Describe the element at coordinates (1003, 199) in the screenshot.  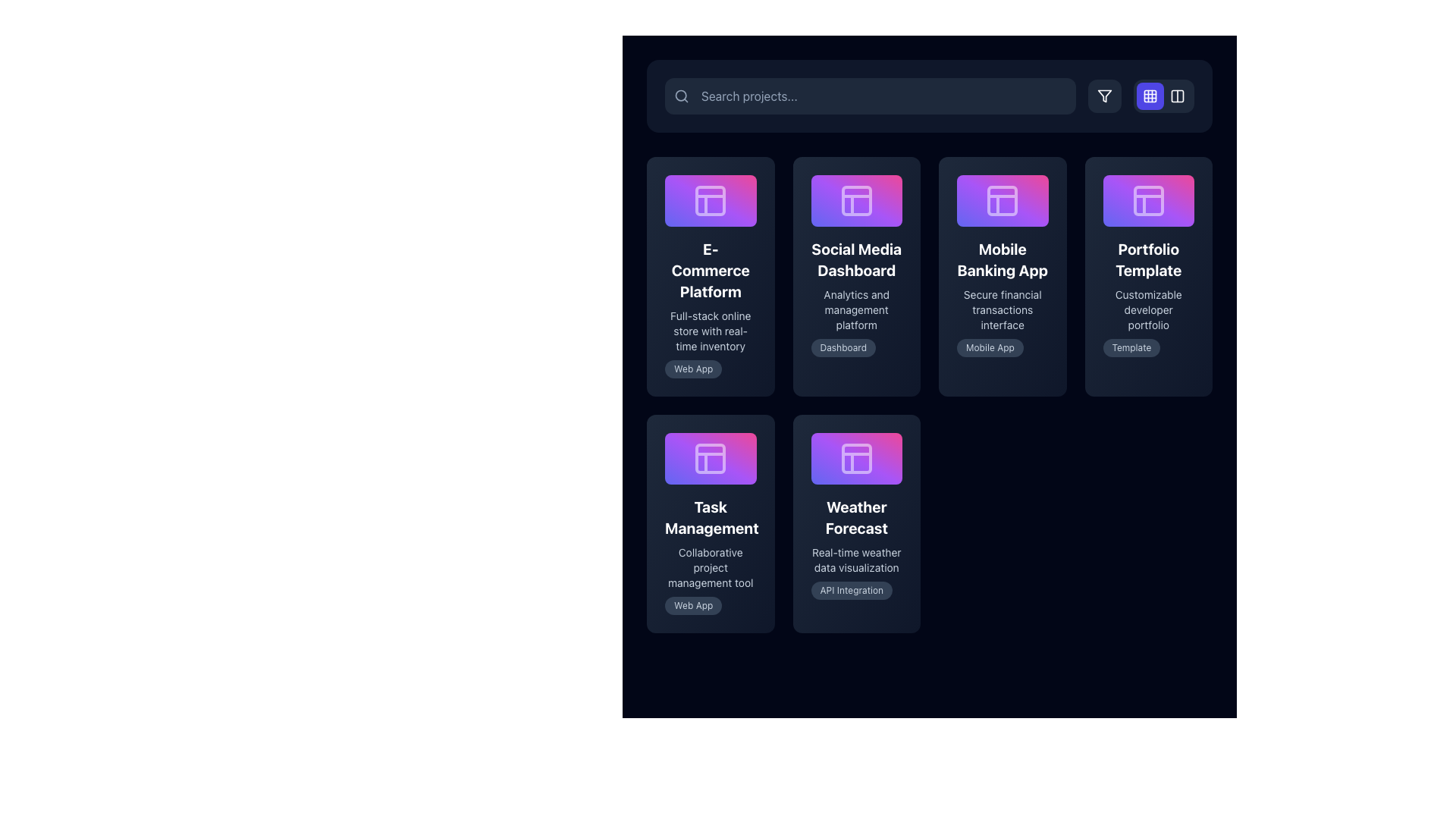
I see `the icon representing the 'Mobile Banking App' project, which is visually part of the card design and located in the second row, third column of the project card grid` at that location.